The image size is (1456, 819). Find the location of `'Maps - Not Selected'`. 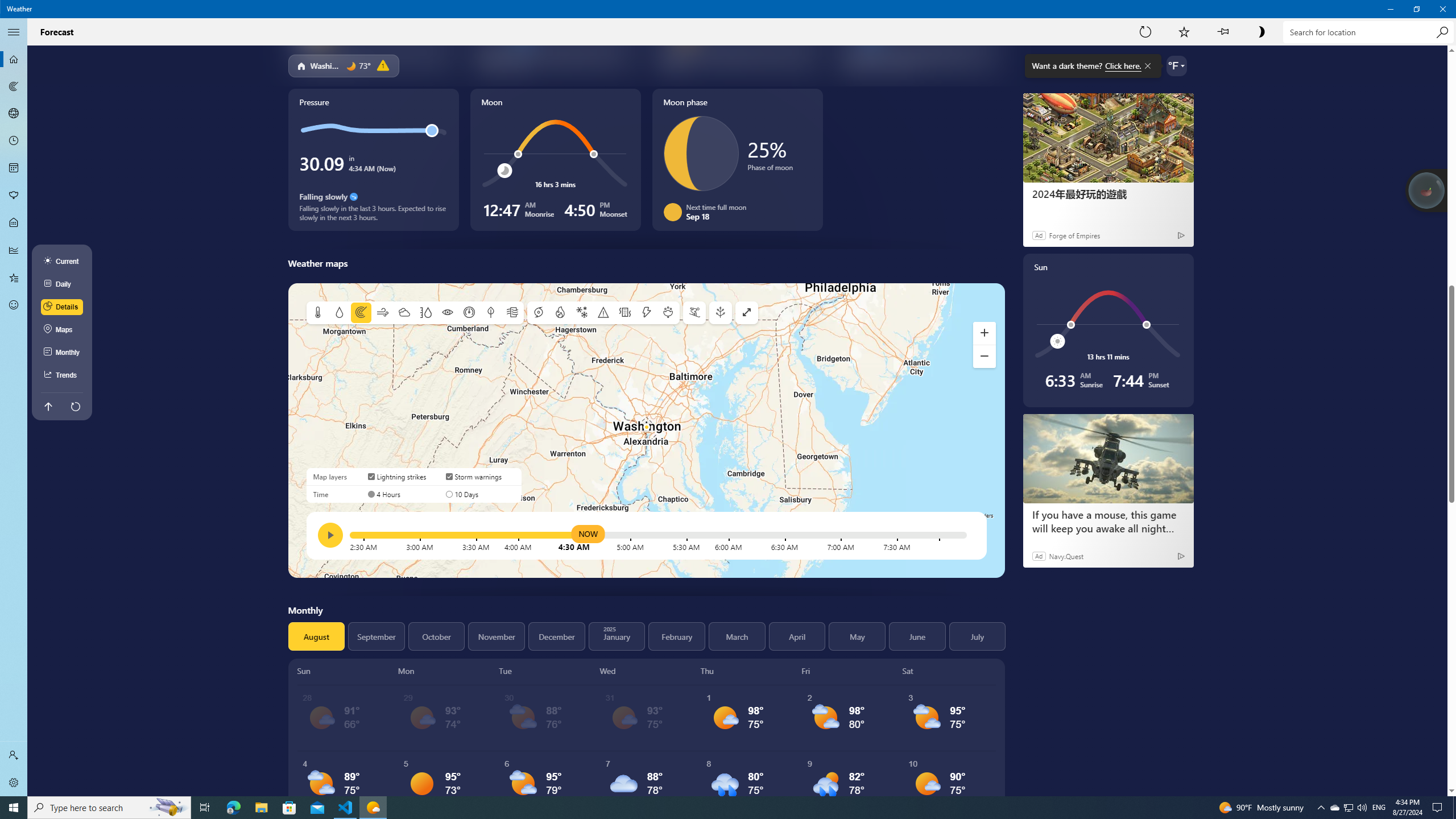

'Maps - Not Selected' is located at coordinates (14, 85).